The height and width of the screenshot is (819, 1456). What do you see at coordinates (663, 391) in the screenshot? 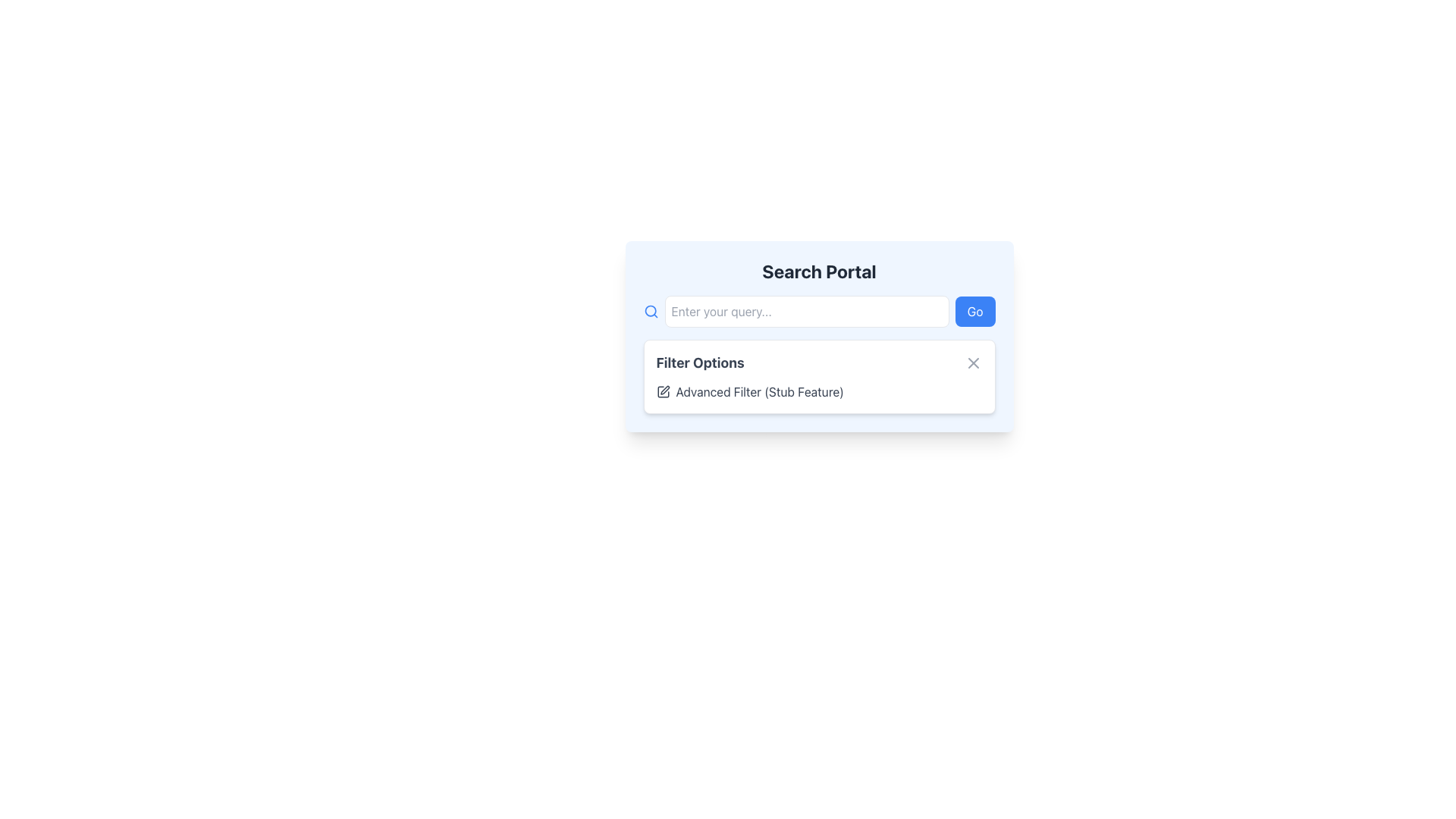
I see `the pen icon located beside the 'Advanced Filter (Stub Feature)' label in the 'Filter Options' section` at bounding box center [663, 391].